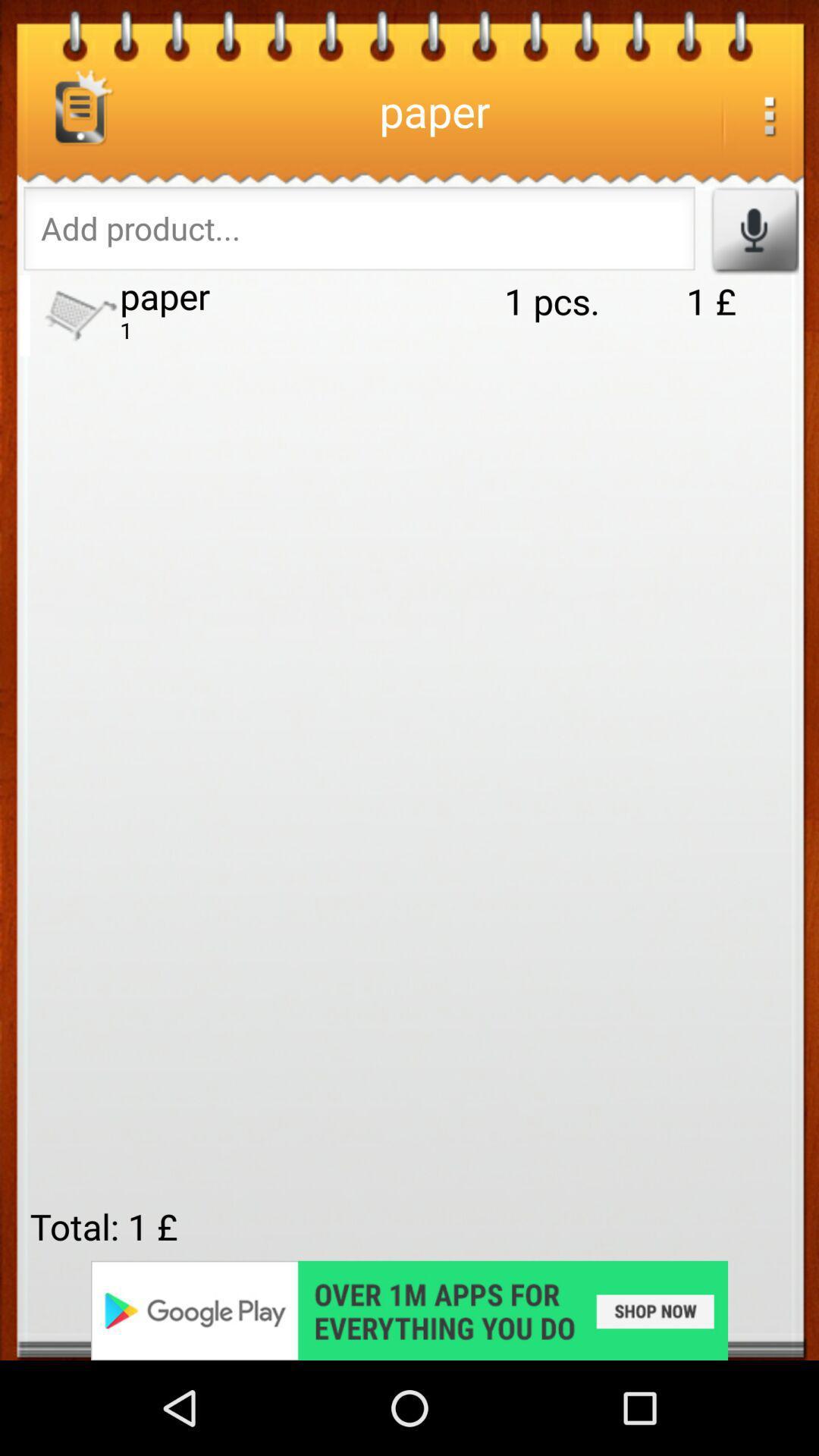 This screenshot has height=1456, width=819. Describe the element at coordinates (409, 1310) in the screenshot. I see `open advertisement` at that location.